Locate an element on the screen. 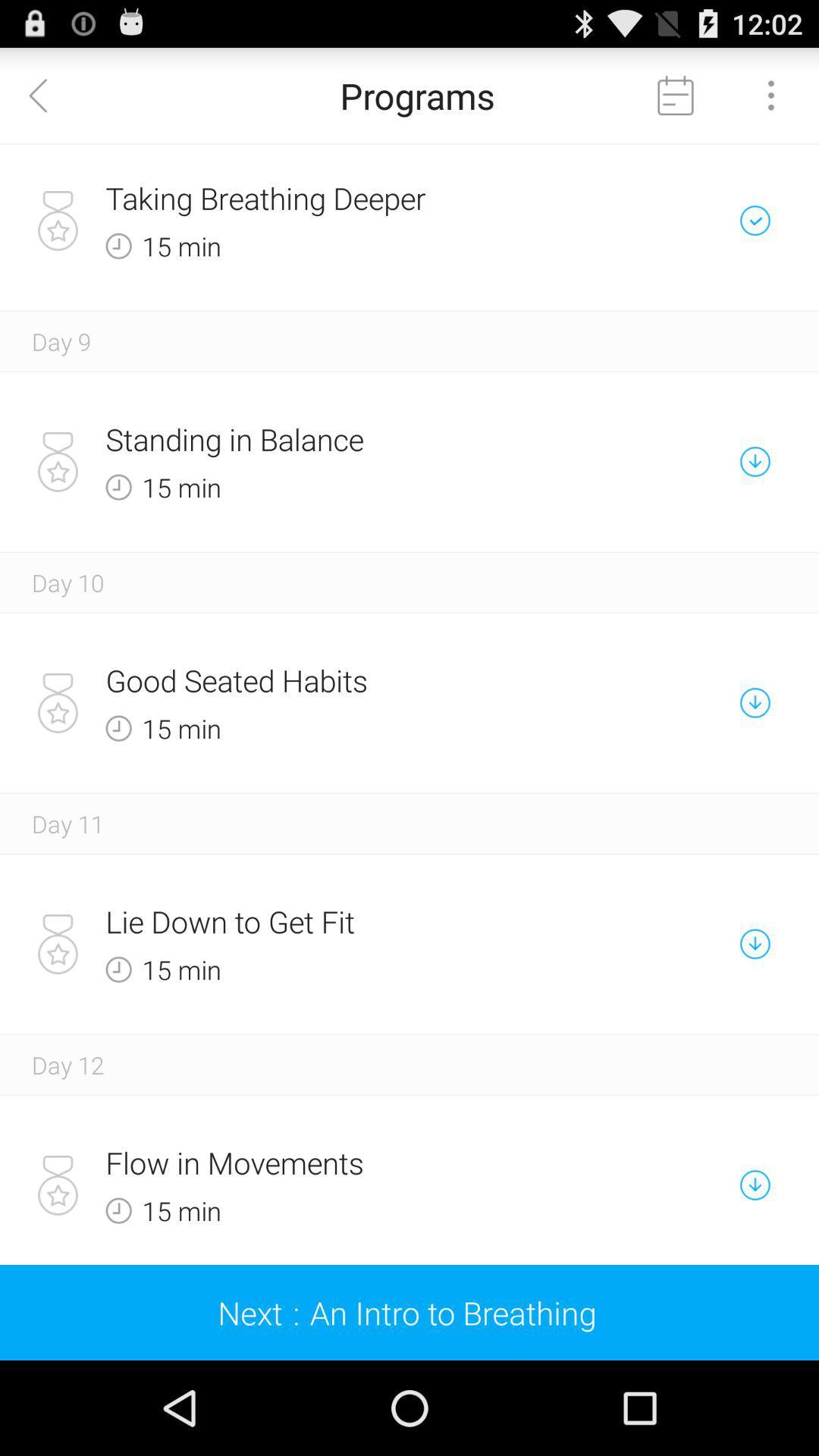 This screenshot has width=819, height=1456. calendar is located at coordinates (675, 94).